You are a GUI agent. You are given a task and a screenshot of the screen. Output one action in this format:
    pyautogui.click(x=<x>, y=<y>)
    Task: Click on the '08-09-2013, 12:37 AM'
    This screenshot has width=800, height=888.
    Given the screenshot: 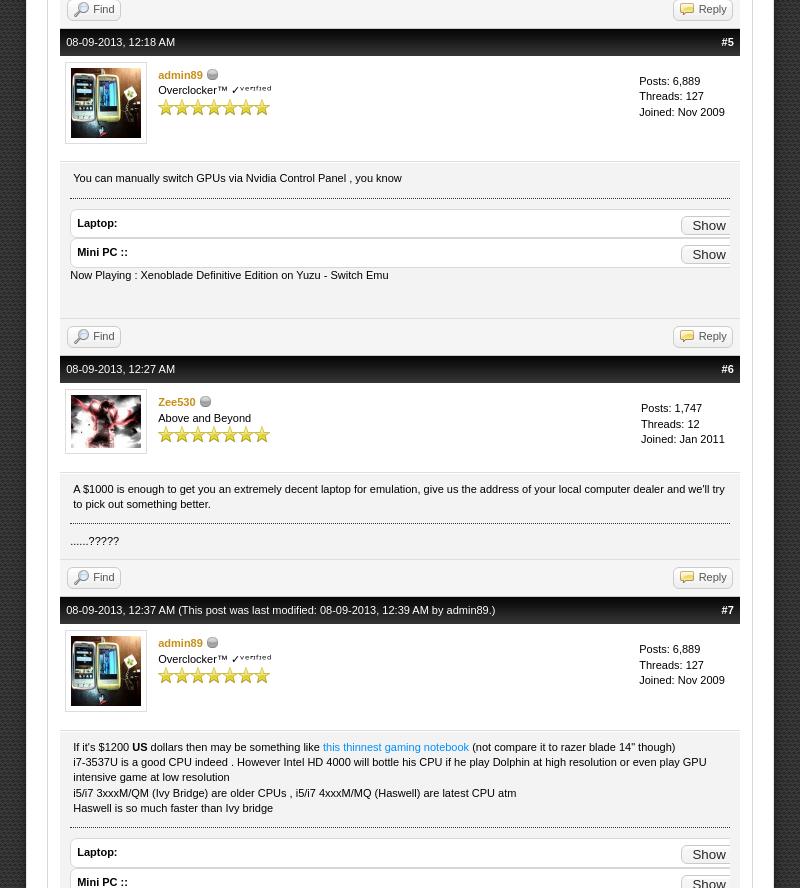 What is the action you would take?
    pyautogui.click(x=121, y=608)
    